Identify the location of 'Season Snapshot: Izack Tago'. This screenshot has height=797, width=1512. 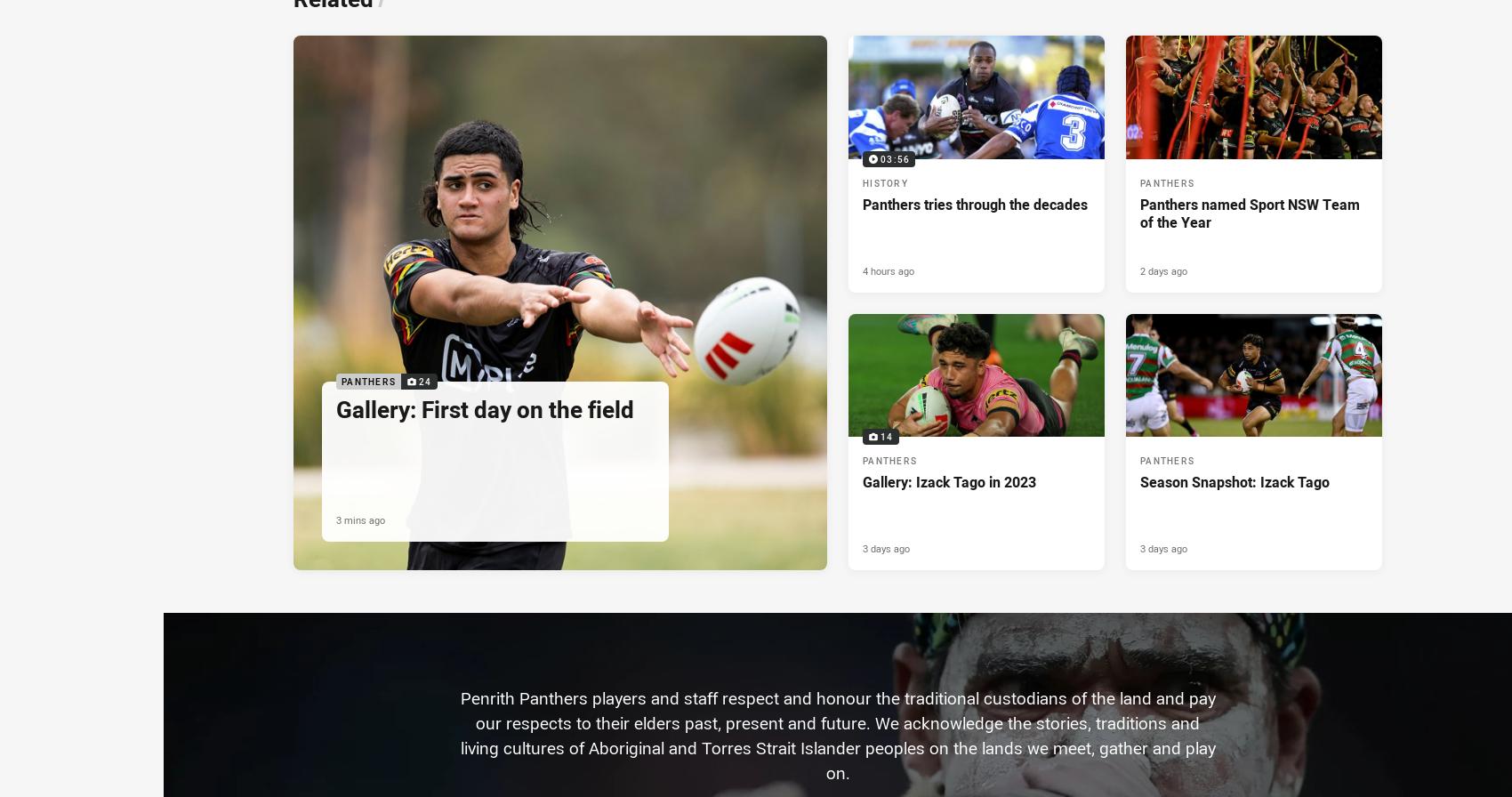
(1234, 481).